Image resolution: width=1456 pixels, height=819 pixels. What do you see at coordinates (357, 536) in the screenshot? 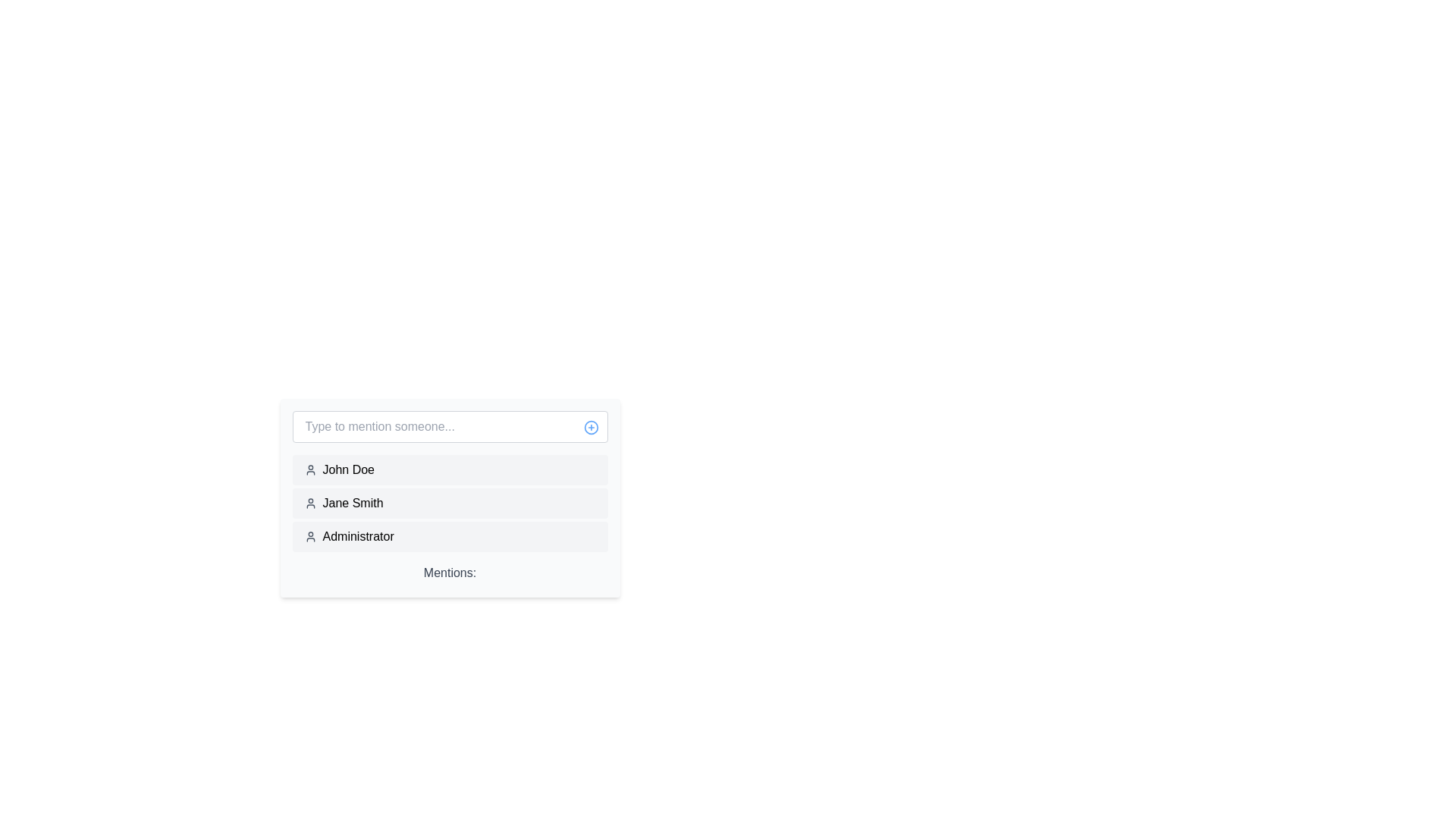
I see `the text label that identifies a user role or name, located as the third item in a vertical list below 'John Doe' and 'Jane Smith'` at bounding box center [357, 536].